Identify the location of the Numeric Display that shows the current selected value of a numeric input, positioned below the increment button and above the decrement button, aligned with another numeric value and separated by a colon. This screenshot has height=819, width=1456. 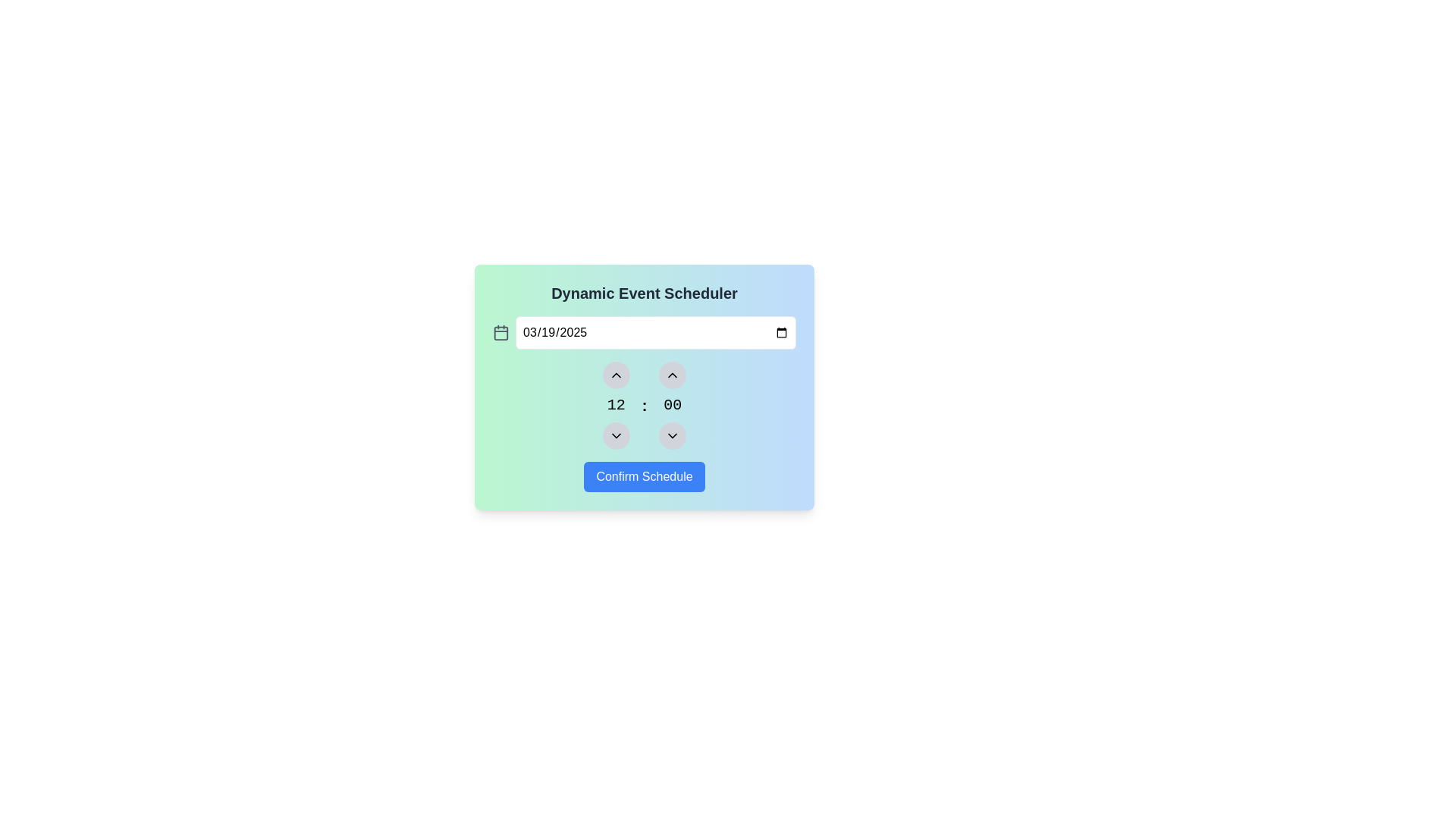
(672, 405).